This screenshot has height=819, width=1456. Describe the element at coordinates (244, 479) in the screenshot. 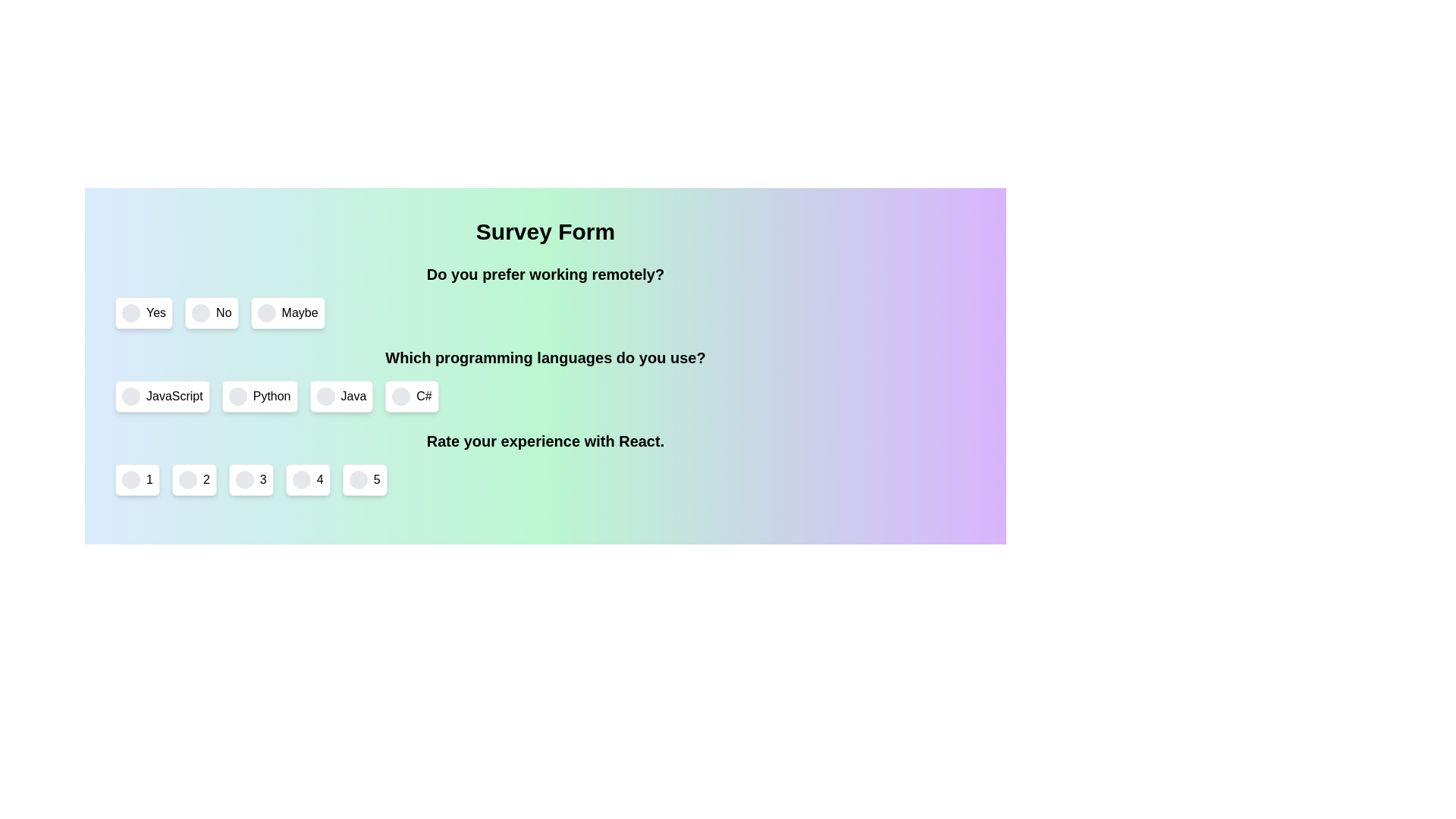

I see `the third circular button with a gray background in the rating scale under the 'Rate your experience with React.' section` at that location.